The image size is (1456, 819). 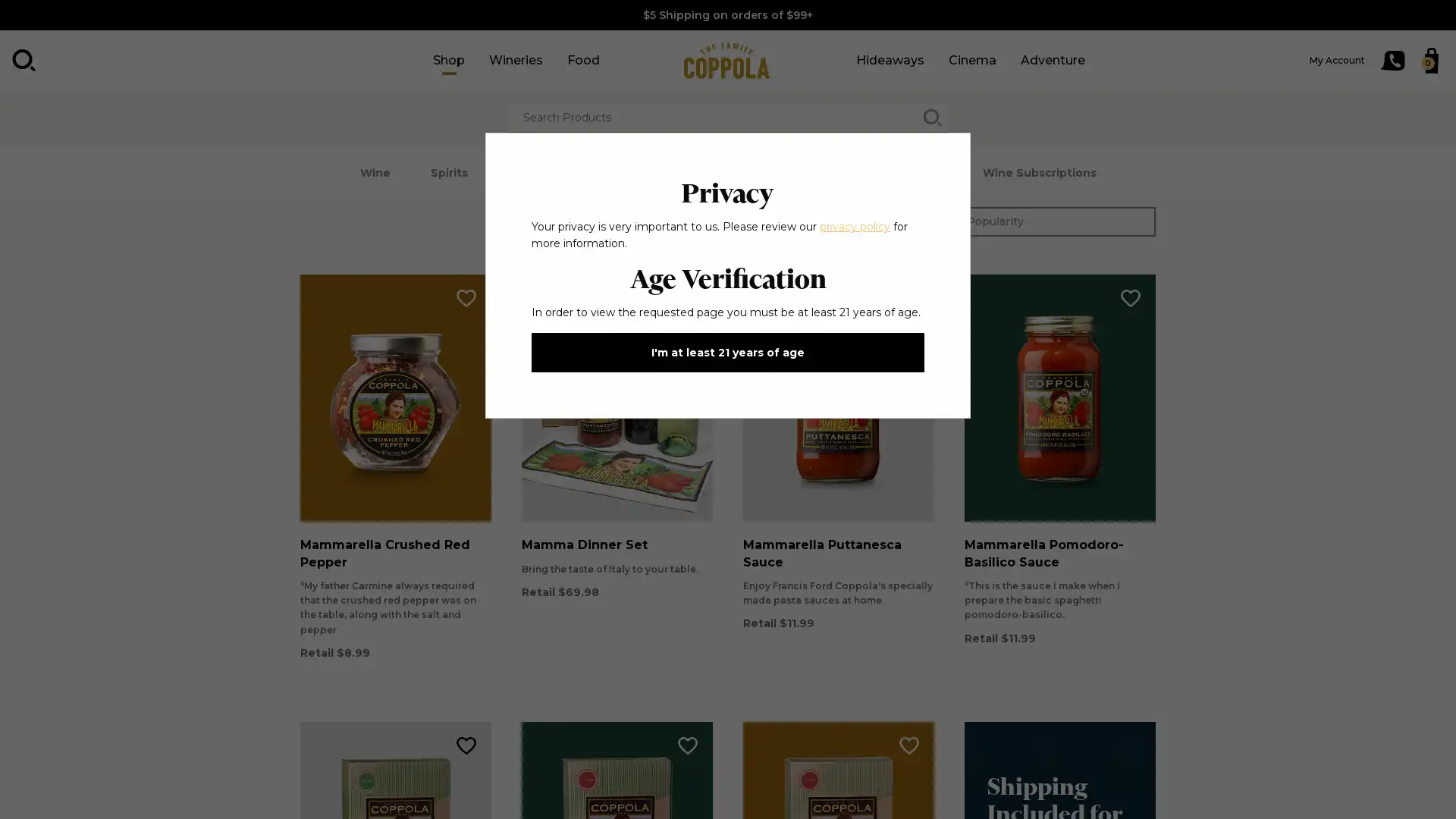 What do you see at coordinates (1430, 60) in the screenshot?
I see `0 Cart` at bounding box center [1430, 60].